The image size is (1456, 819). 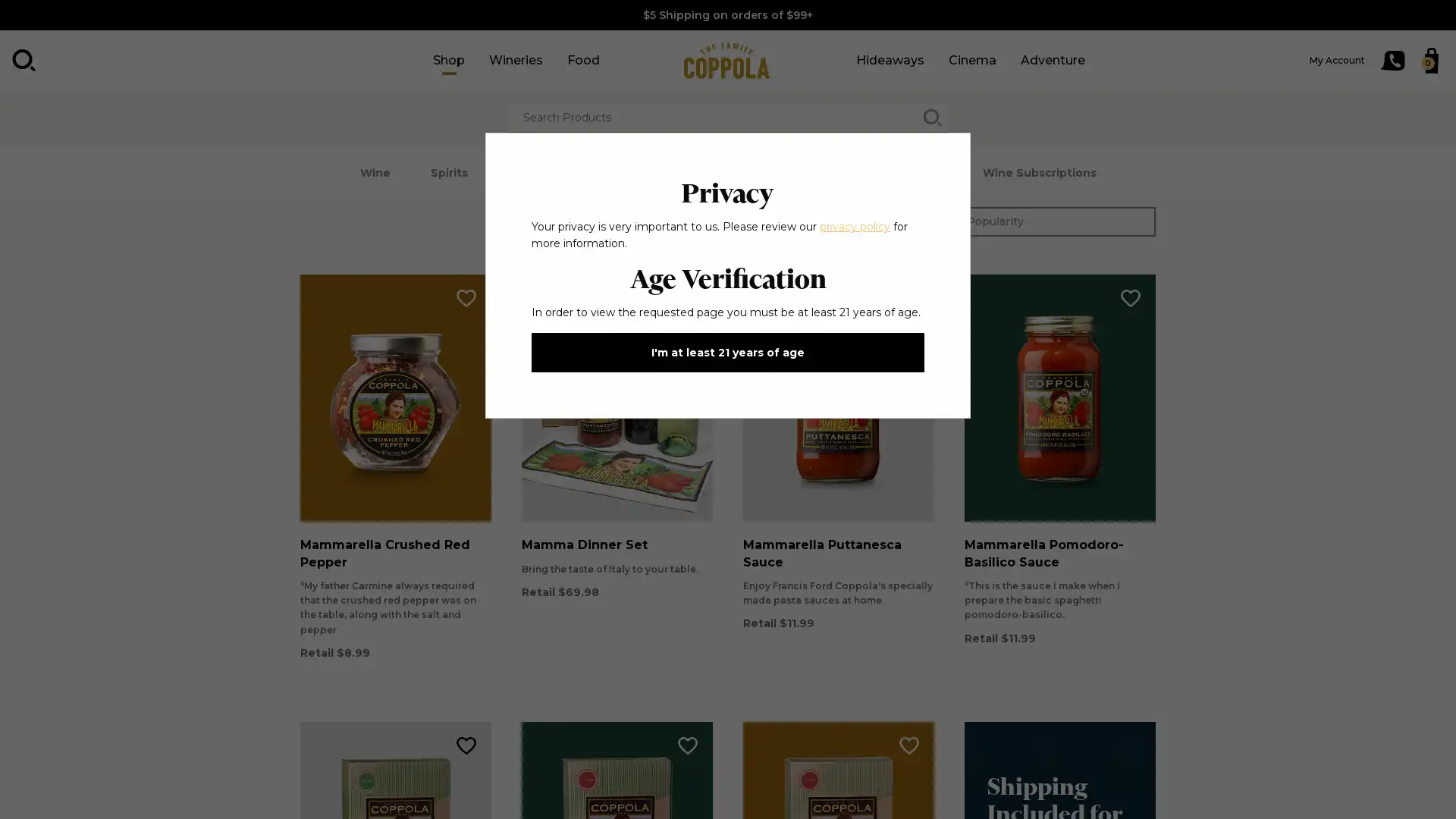 What do you see at coordinates (1430, 60) in the screenshot?
I see `0 Cart` at bounding box center [1430, 60].